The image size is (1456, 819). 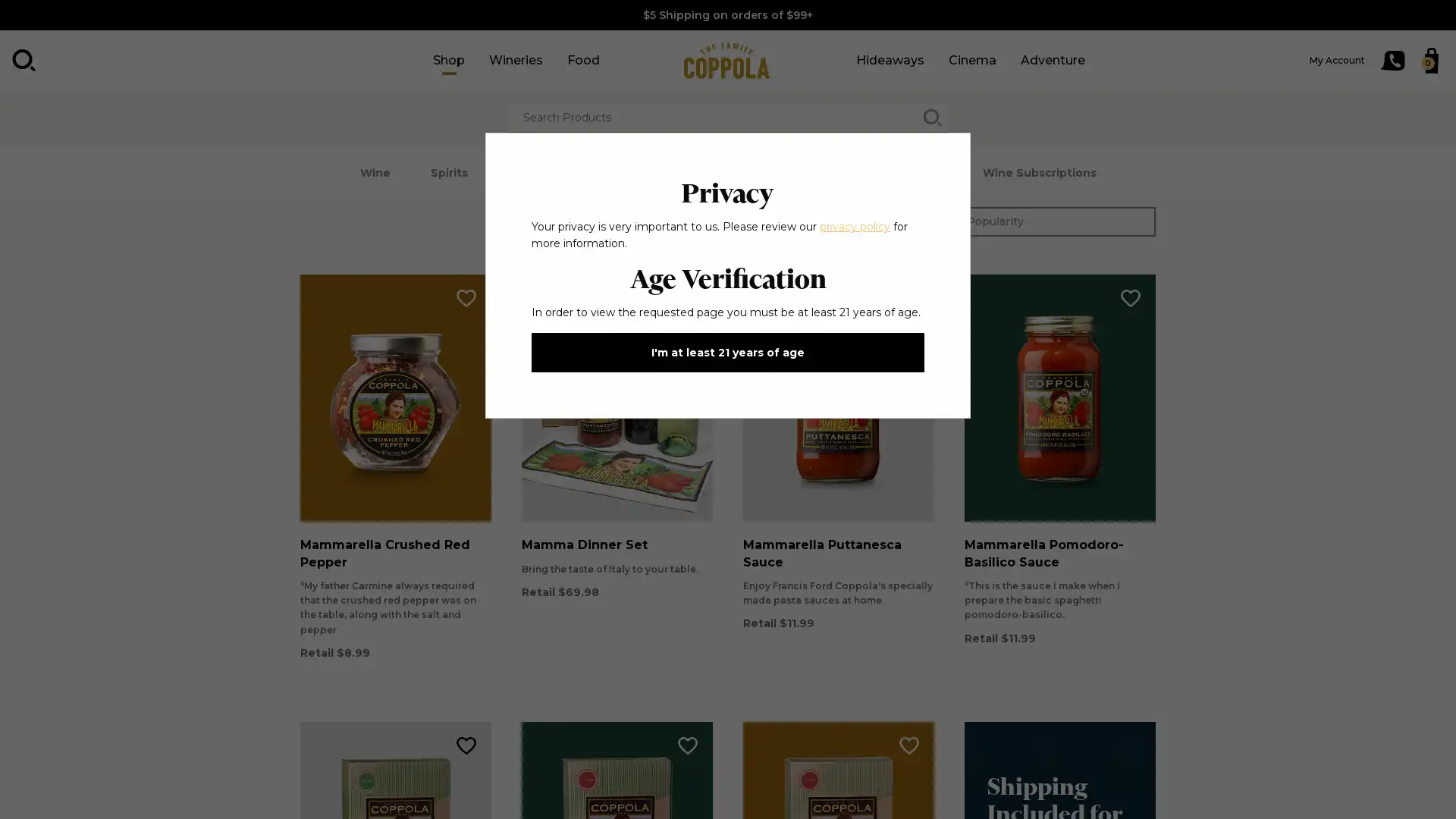 What do you see at coordinates (1430, 60) in the screenshot?
I see `0 Cart` at bounding box center [1430, 60].